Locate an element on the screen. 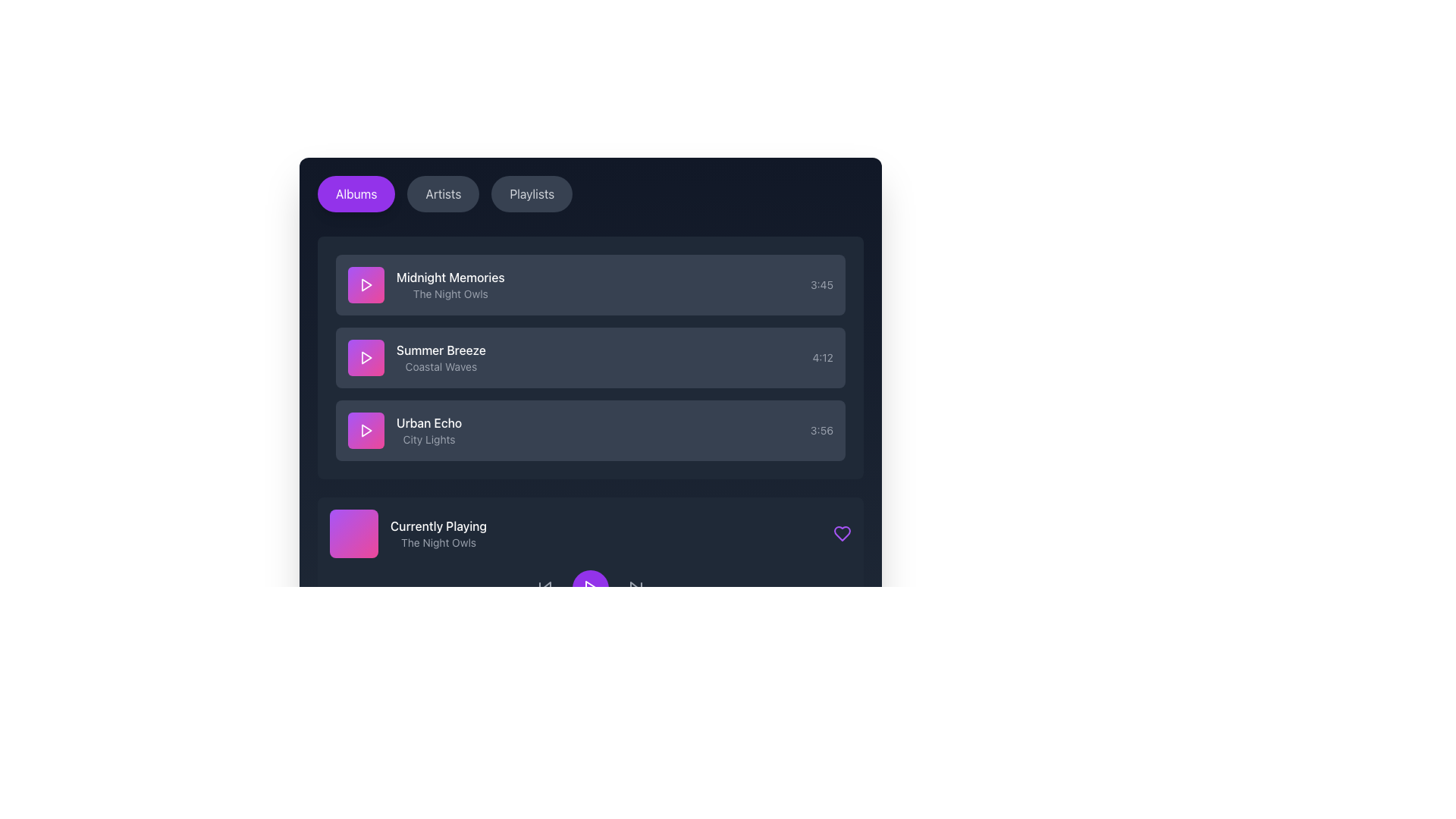 The height and width of the screenshot is (819, 1456). the text label displaying 'Summer Breeze' which is styled in white on a dark background, part of a vertical list of items is located at coordinates (440, 350).